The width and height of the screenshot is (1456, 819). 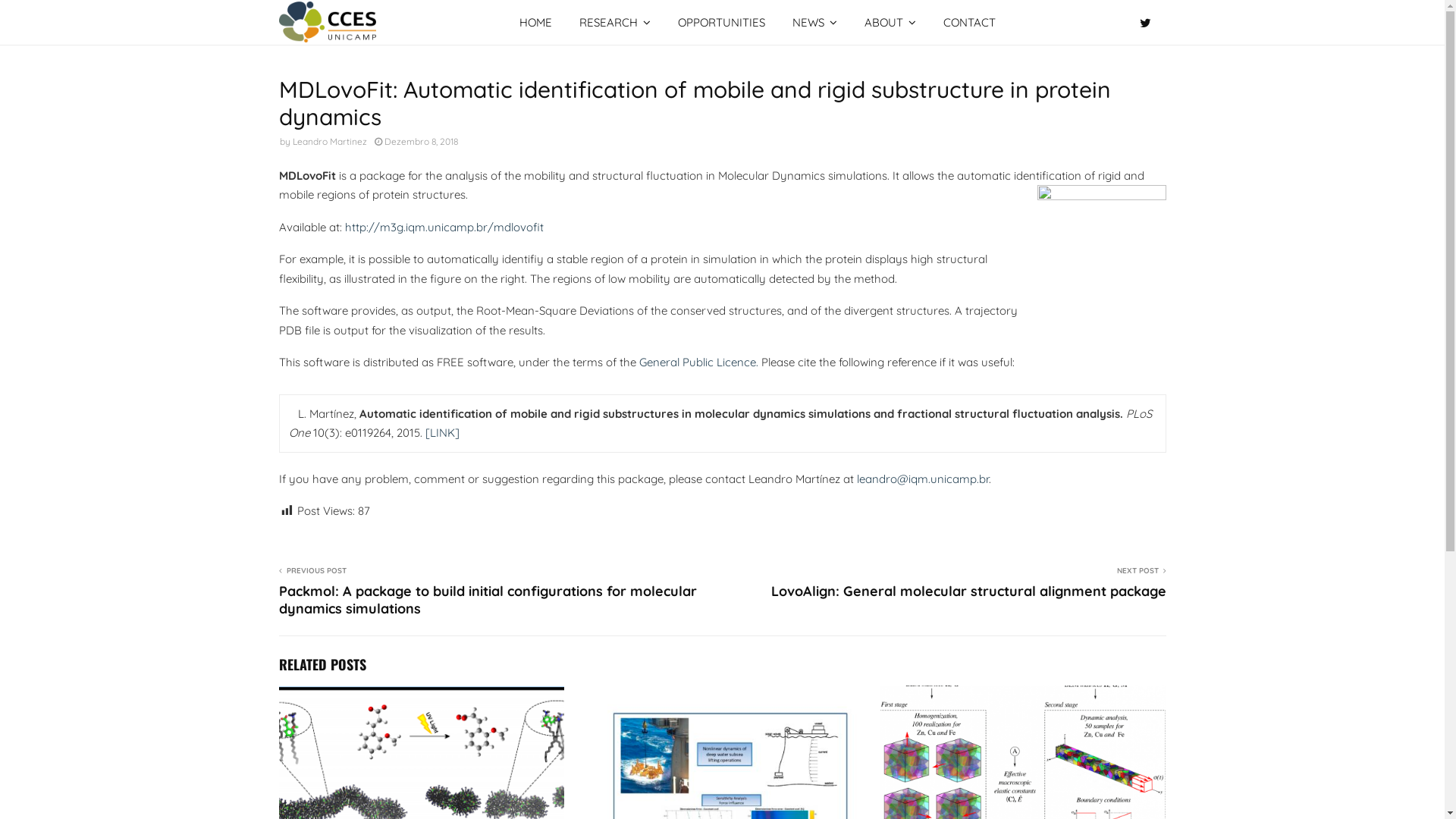 I want to click on 'LovoAlign: General molecular structural alignment package', so click(x=967, y=590).